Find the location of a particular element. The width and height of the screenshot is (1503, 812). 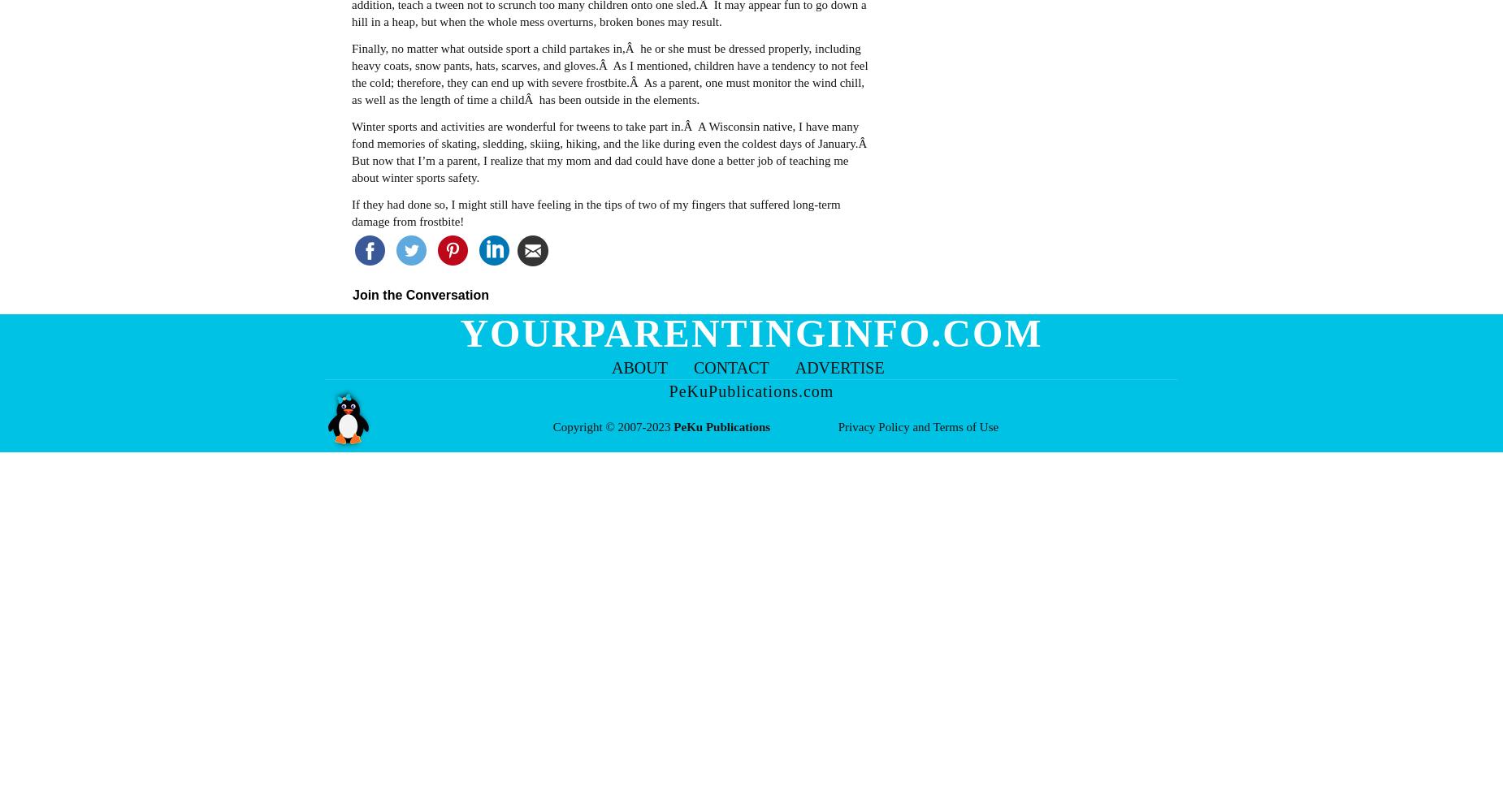

'Join the Conversation' is located at coordinates (421, 293).